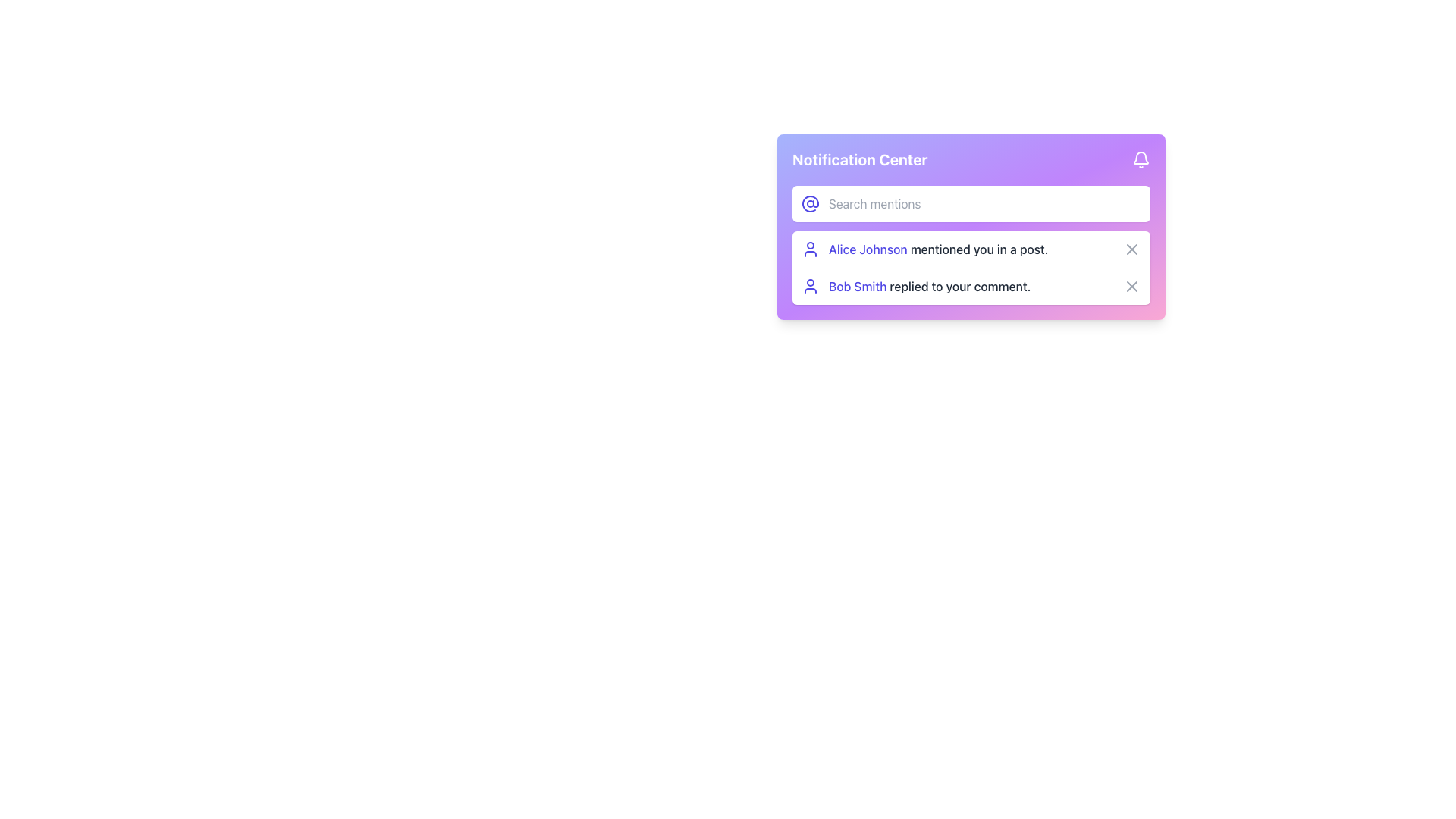  Describe the element at coordinates (810, 248) in the screenshot. I see `the user profile icon located in the top notification block, to the left of the text 'Alice Johnson mentioned you in a post.' This icon serves as a visual indicator for the notification` at that location.